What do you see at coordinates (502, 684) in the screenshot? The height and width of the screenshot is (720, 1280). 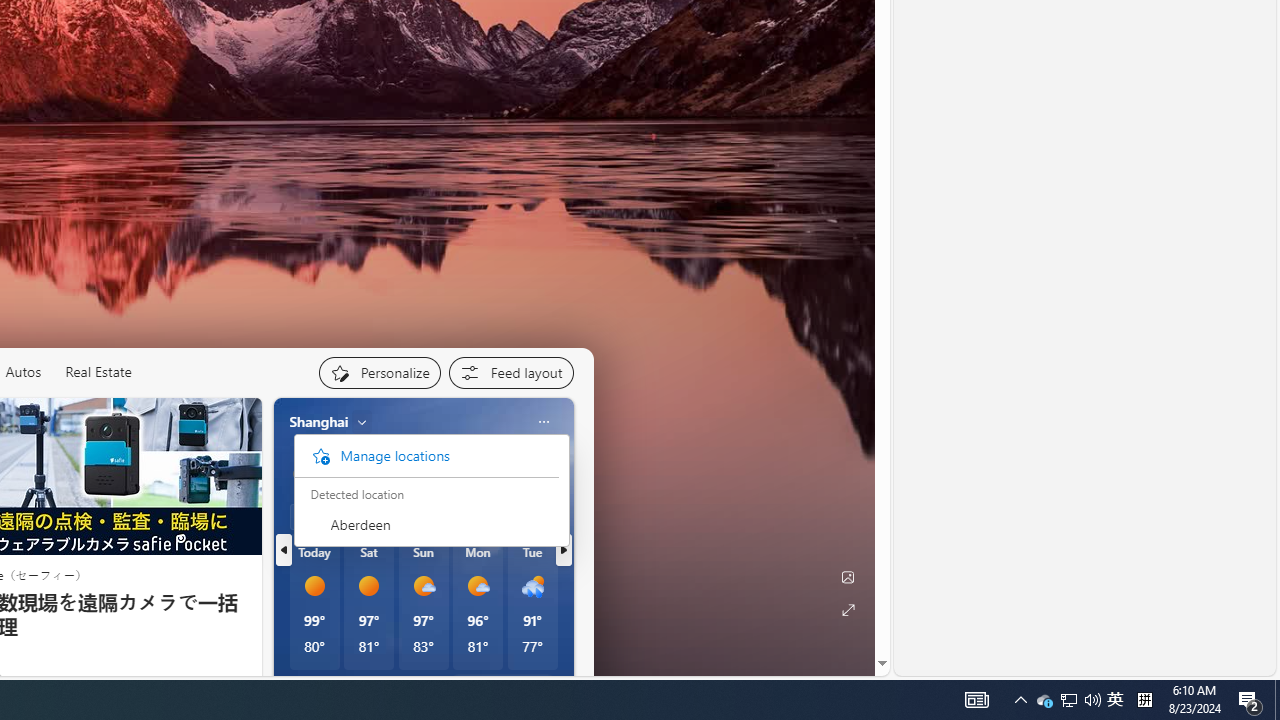 I see `'See full forecast'` at bounding box center [502, 684].